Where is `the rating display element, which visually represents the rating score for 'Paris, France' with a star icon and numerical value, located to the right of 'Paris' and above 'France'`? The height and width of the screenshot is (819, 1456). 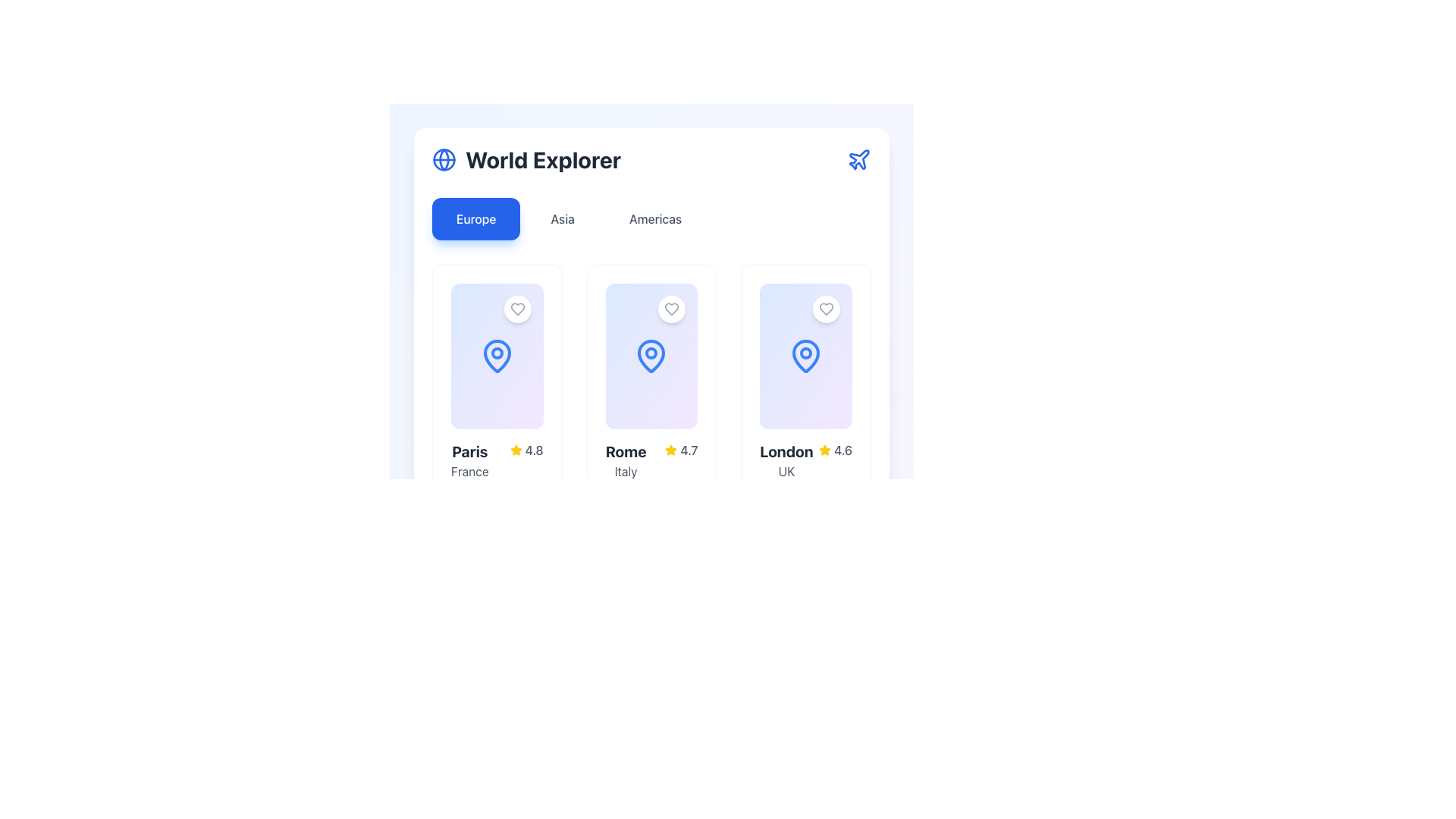
the rating display element, which visually represents the rating score for 'Paris, France' with a star icon and numerical value, located to the right of 'Paris' and above 'France' is located at coordinates (526, 450).